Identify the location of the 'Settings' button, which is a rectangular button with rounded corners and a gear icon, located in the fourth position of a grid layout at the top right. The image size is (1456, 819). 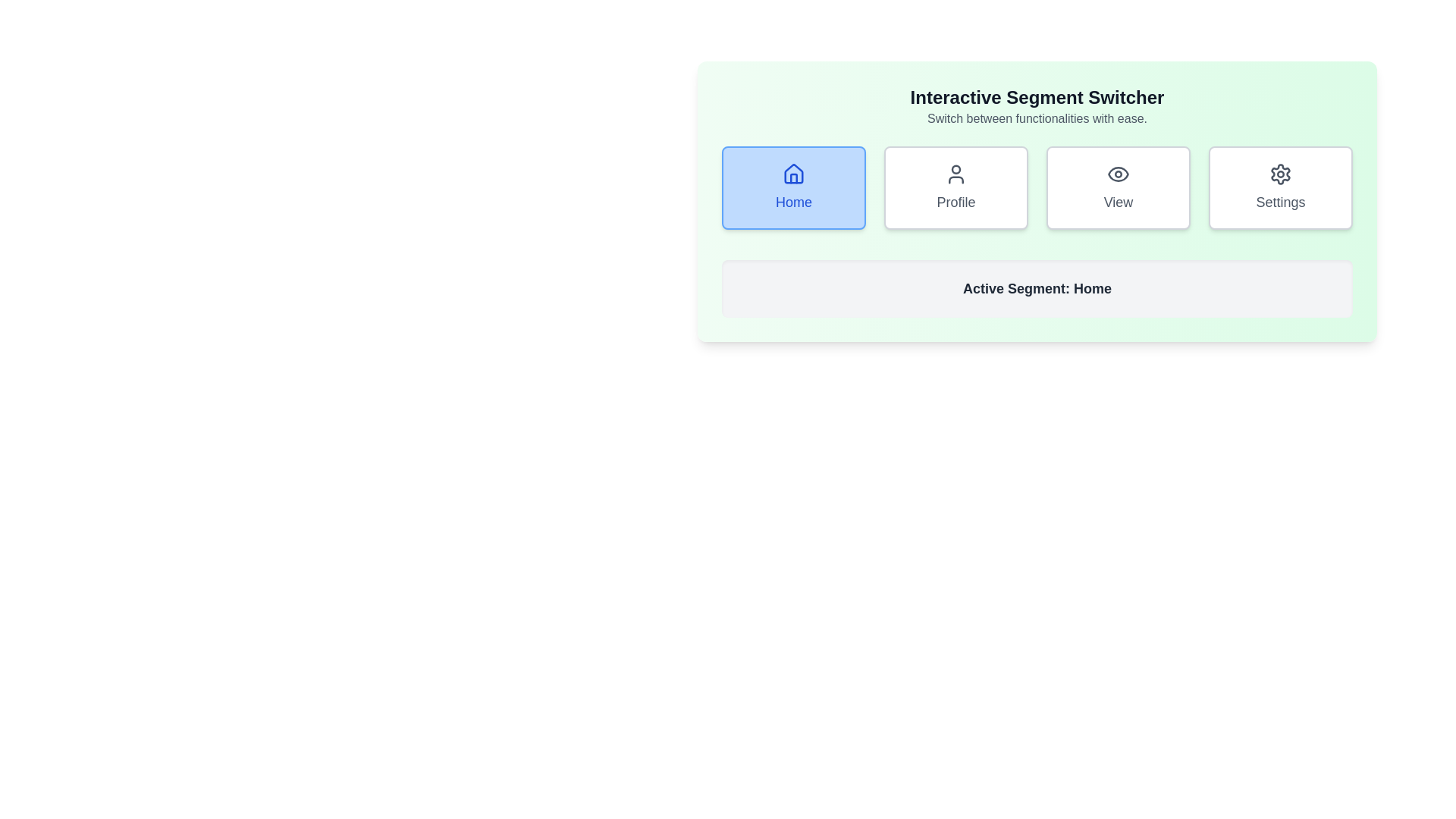
(1280, 187).